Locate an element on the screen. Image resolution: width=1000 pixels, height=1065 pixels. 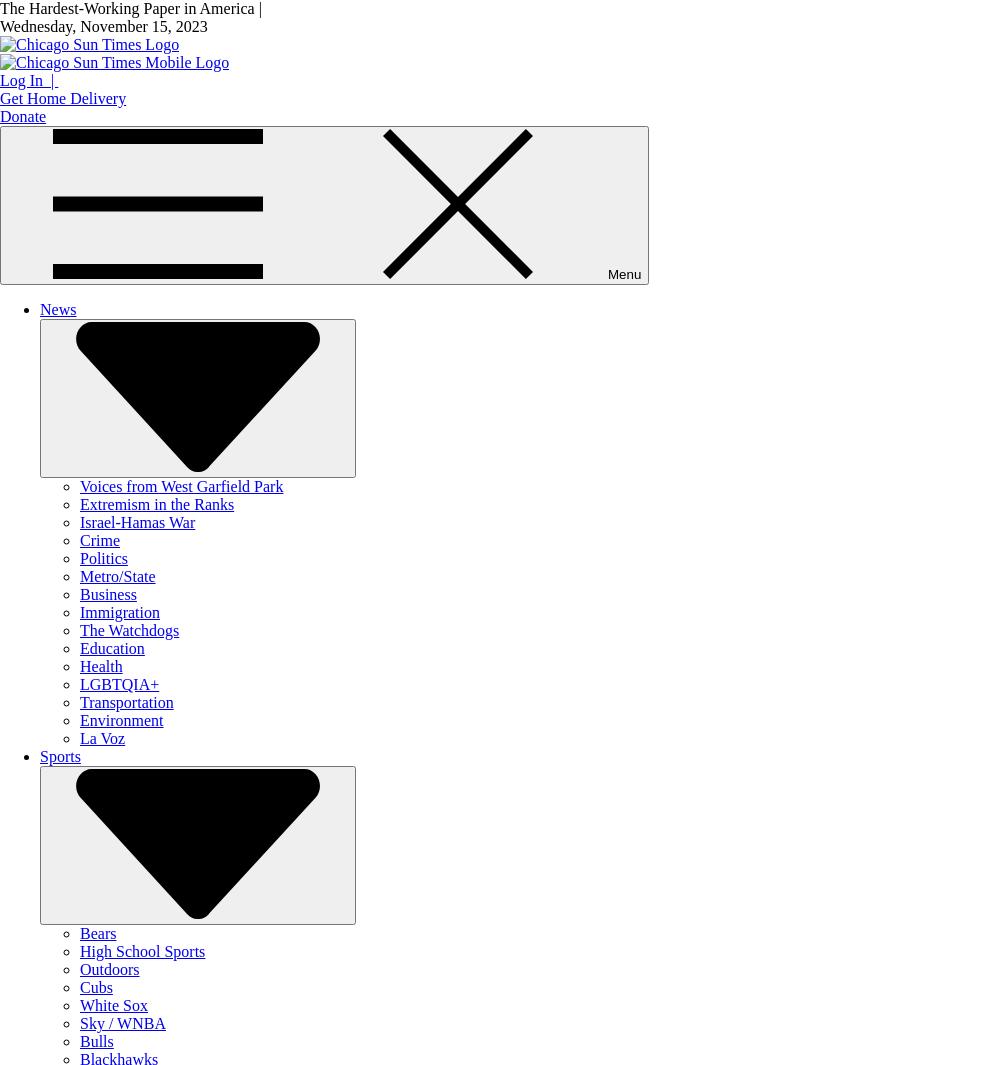
'Health' is located at coordinates (79, 666).